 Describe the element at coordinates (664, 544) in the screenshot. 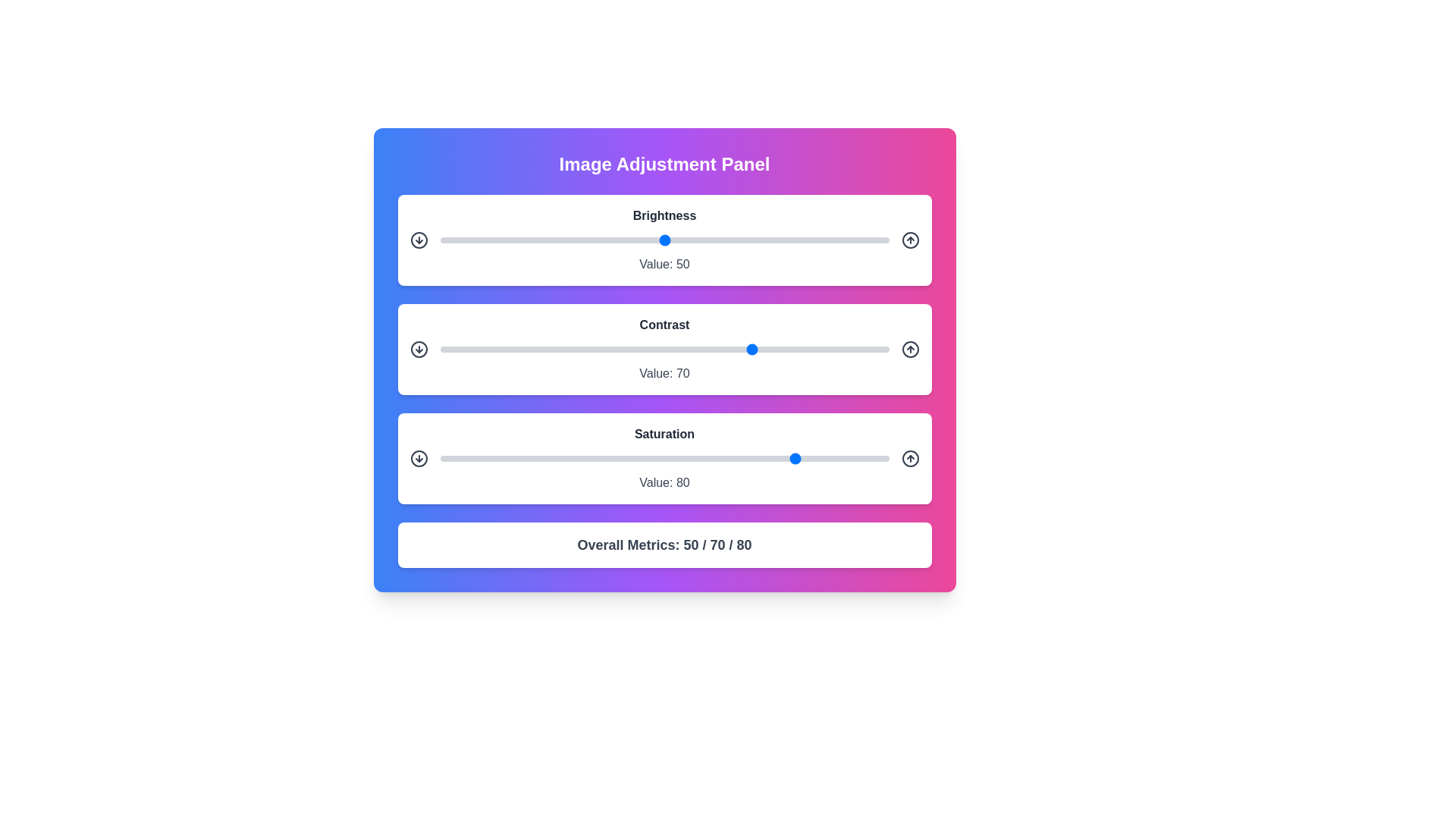

I see `displayed aggregated numerical metrics text located at the bottom of the interface, which summarizes the adjustments made to the sliders labeled 'Brightness,' 'Contrast,' and 'Saturation.'` at that location.